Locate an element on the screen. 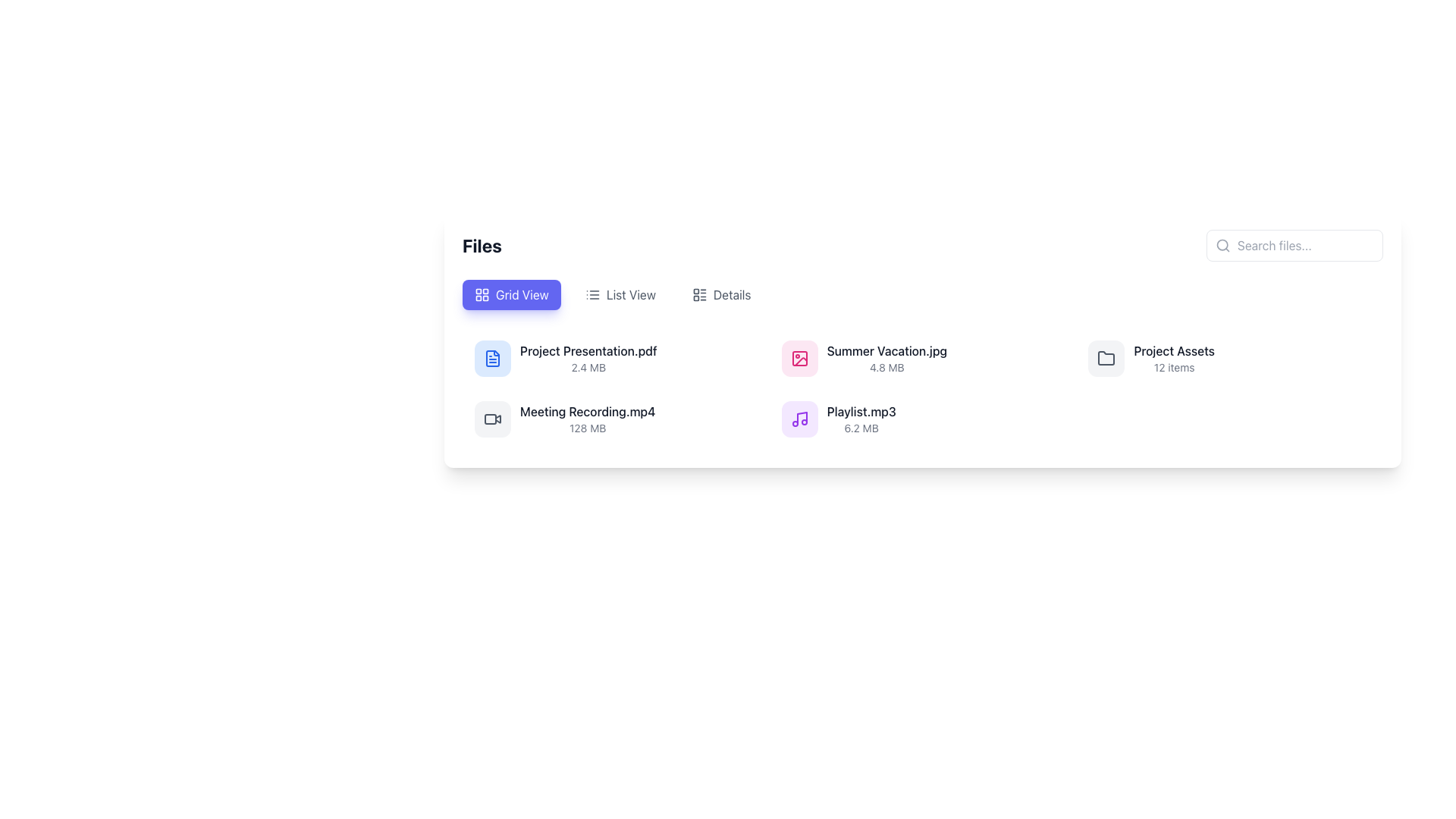 Image resolution: width=1456 pixels, height=819 pixels. text of the label that provides information about the video file named 'Meeting Recording.mp4' located in the second column of the file grid interface under the 'Files' section is located at coordinates (587, 419).